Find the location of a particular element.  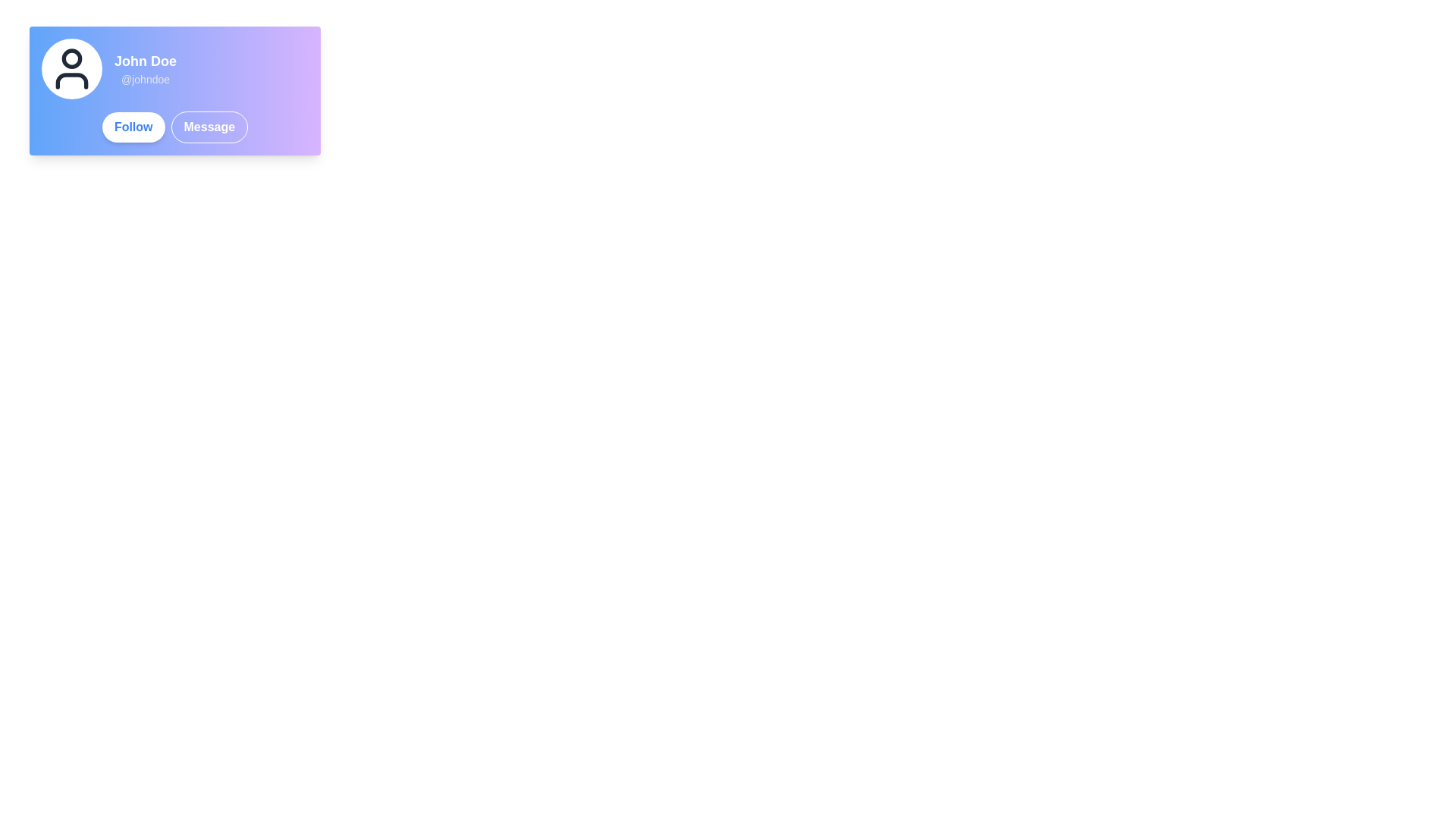

the 'Follow' button, which is styled with a white background, blue text, and rounded edges is located at coordinates (133, 127).